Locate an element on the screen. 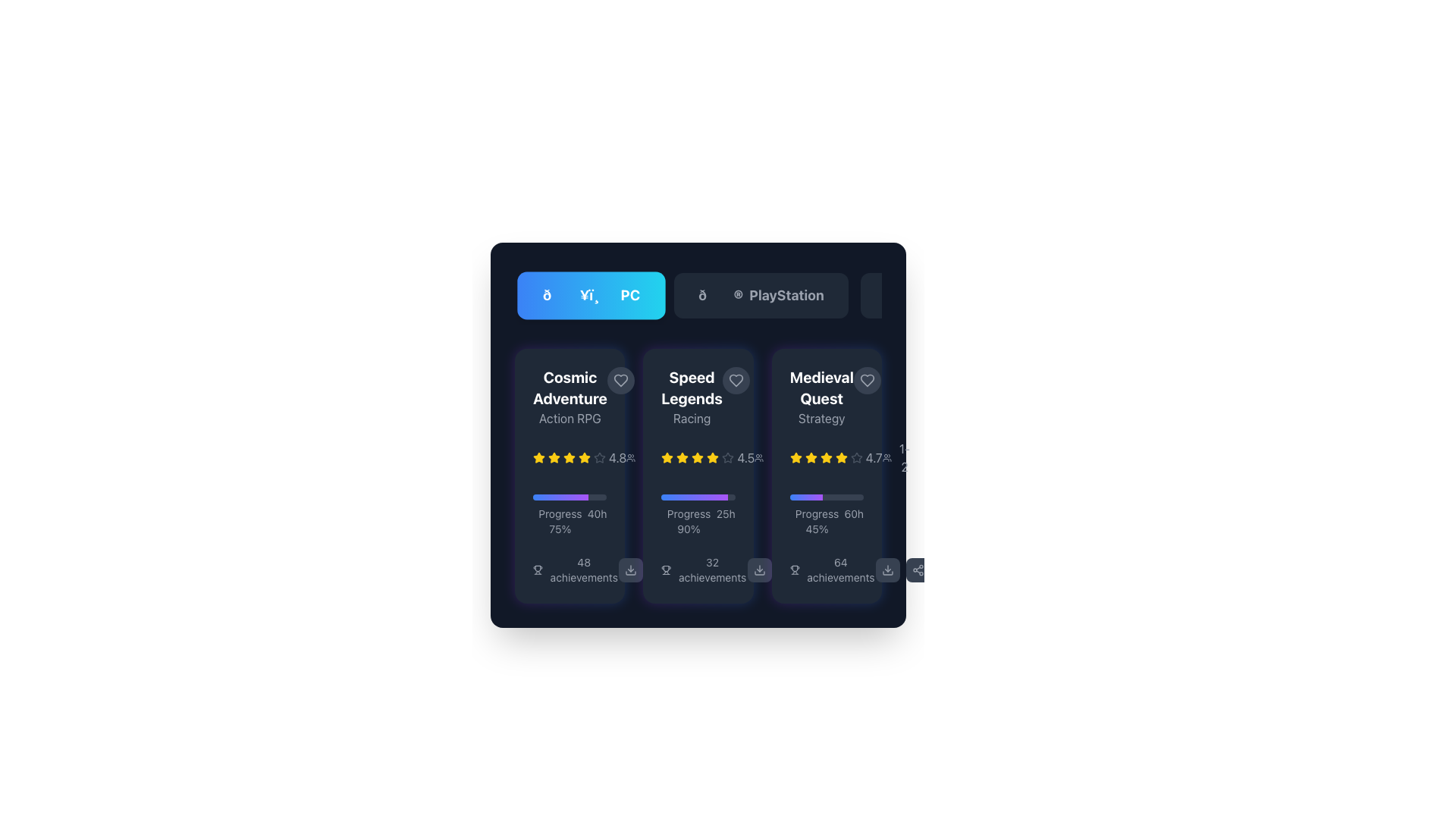 Image resolution: width=1456 pixels, height=819 pixels. the text label displaying '32 achievements' with a trophy icon, located at the bottom of the 'Speed Legends' card is located at coordinates (698, 570).